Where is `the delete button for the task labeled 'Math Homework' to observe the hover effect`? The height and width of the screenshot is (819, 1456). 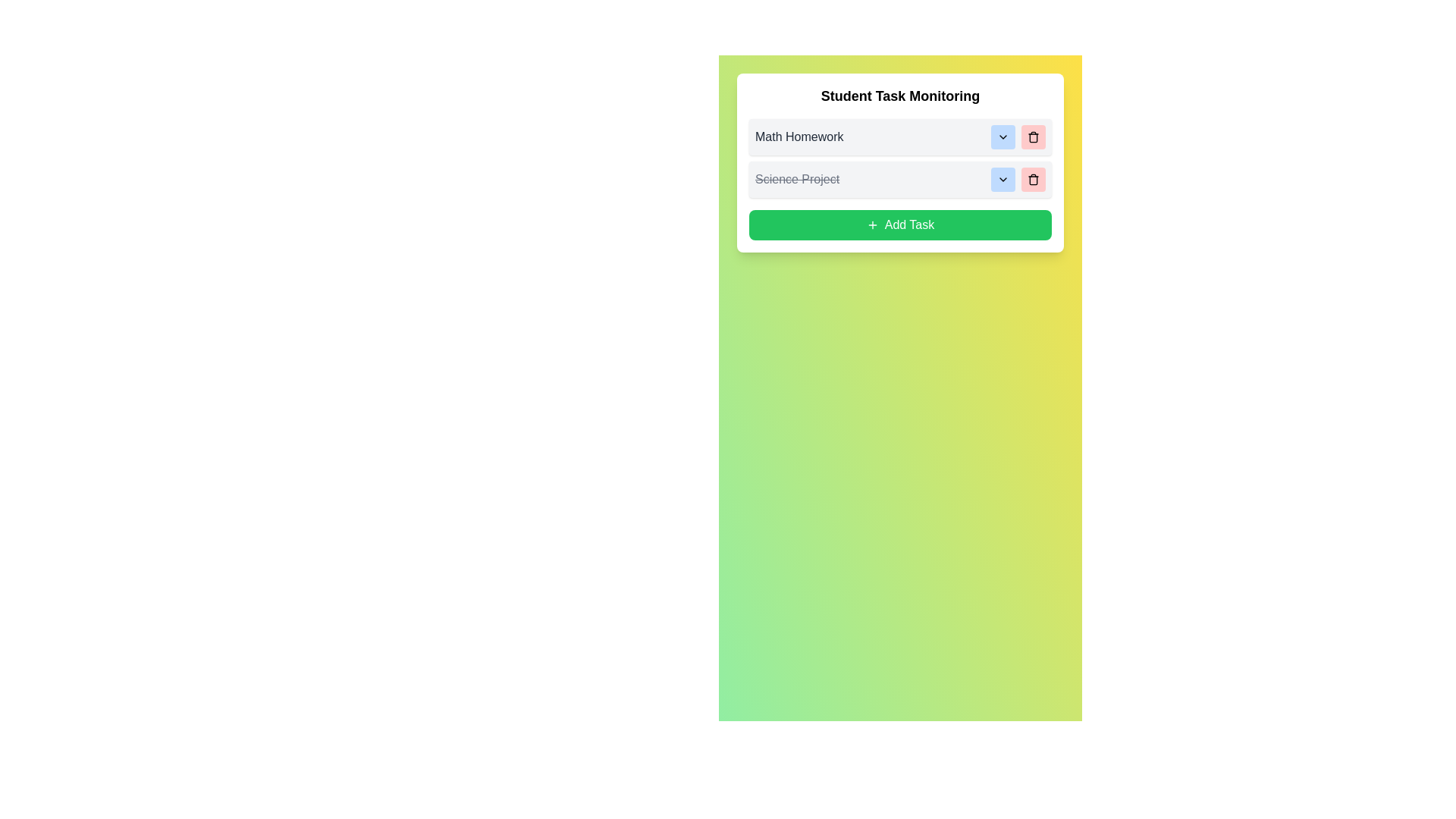
the delete button for the task labeled 'Math Homework' to observe the hover effect is located at coordinates (1033, 137).